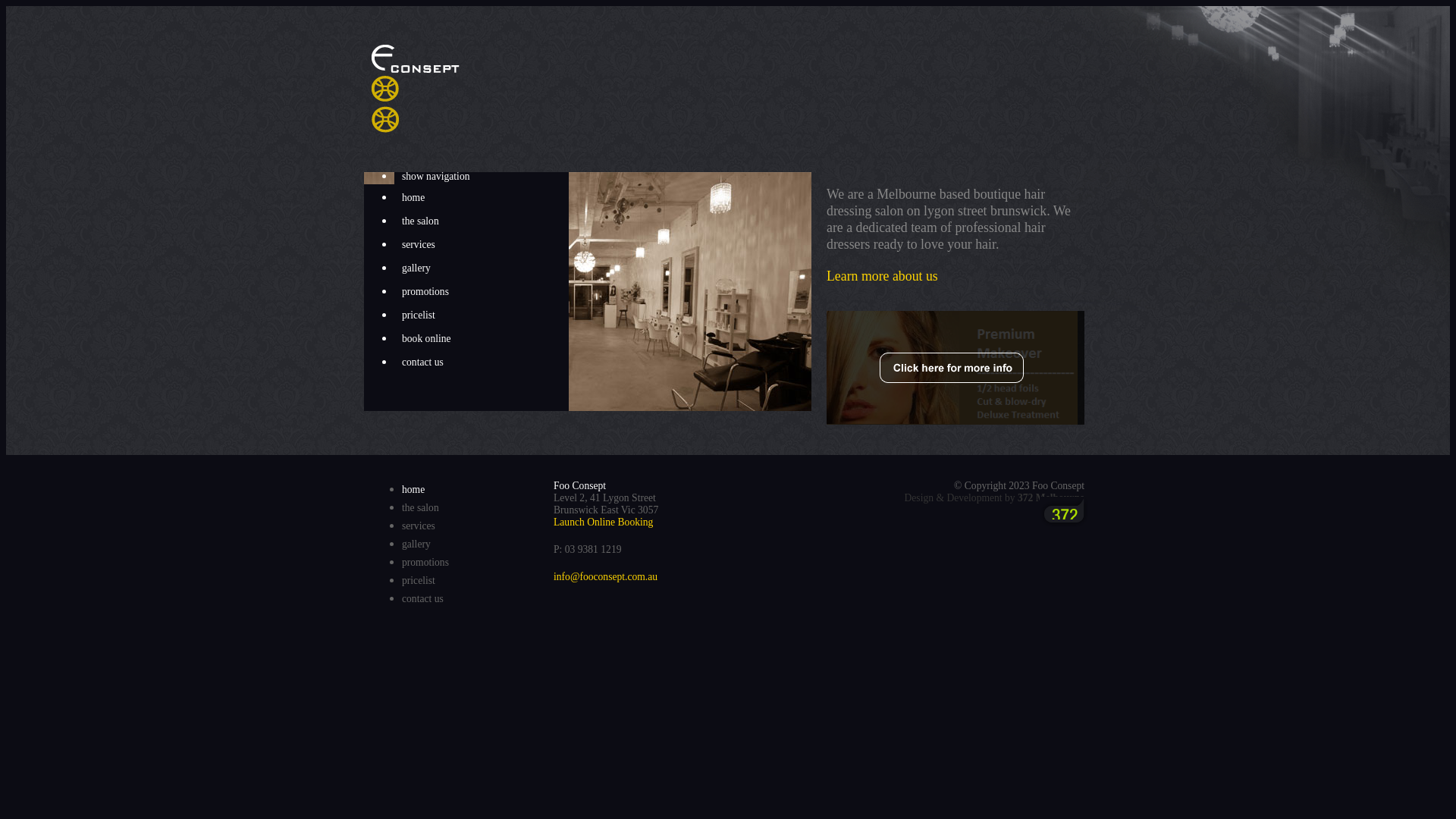 This screenshot has width=1456, height=819. I want to click on 'pricelist', so click(480, 315).